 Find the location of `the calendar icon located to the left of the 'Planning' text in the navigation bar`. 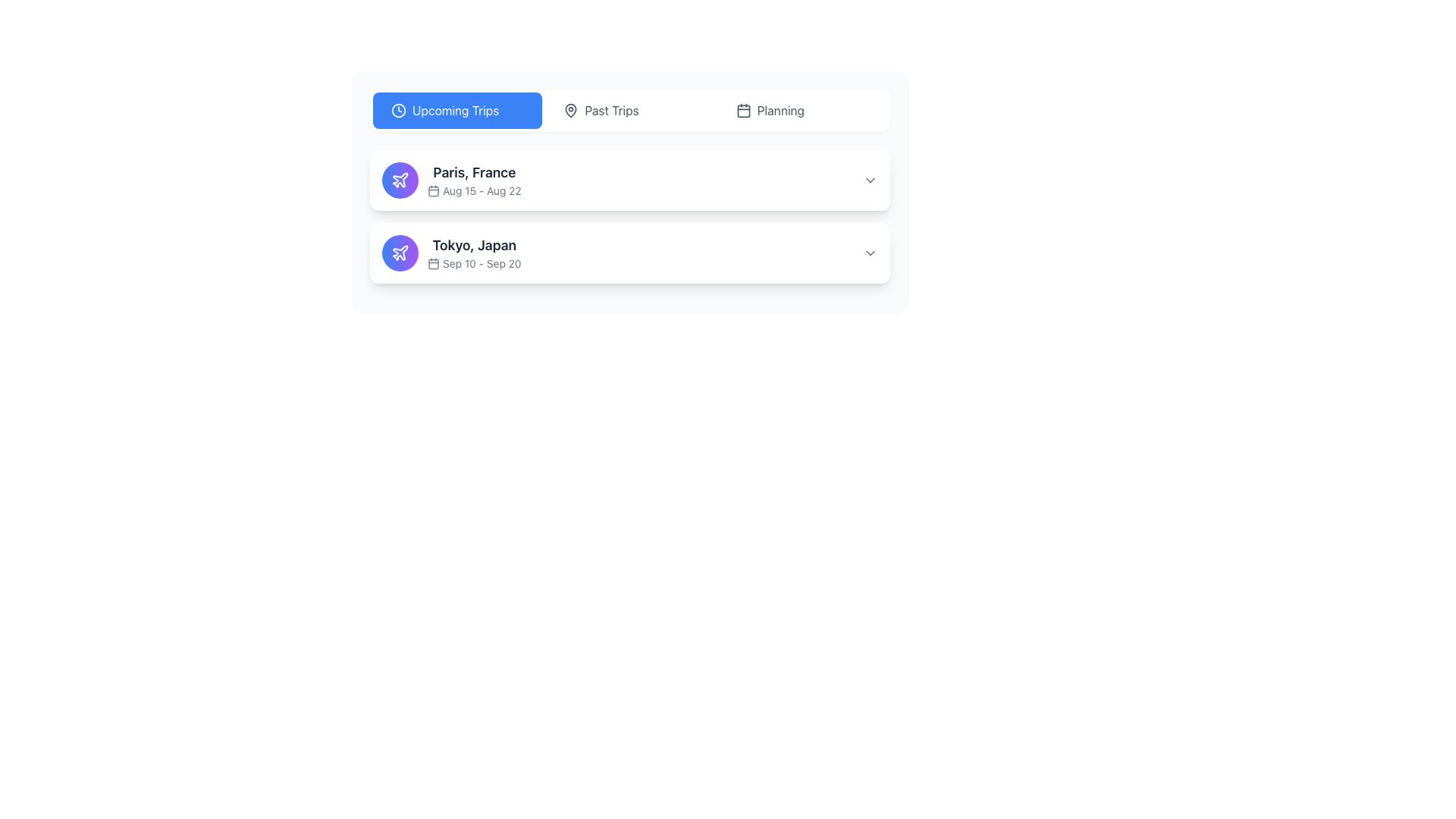

the calendar icon located to the left of the 'Planning' text in the navigation bar is located at coordinates (743, 110).